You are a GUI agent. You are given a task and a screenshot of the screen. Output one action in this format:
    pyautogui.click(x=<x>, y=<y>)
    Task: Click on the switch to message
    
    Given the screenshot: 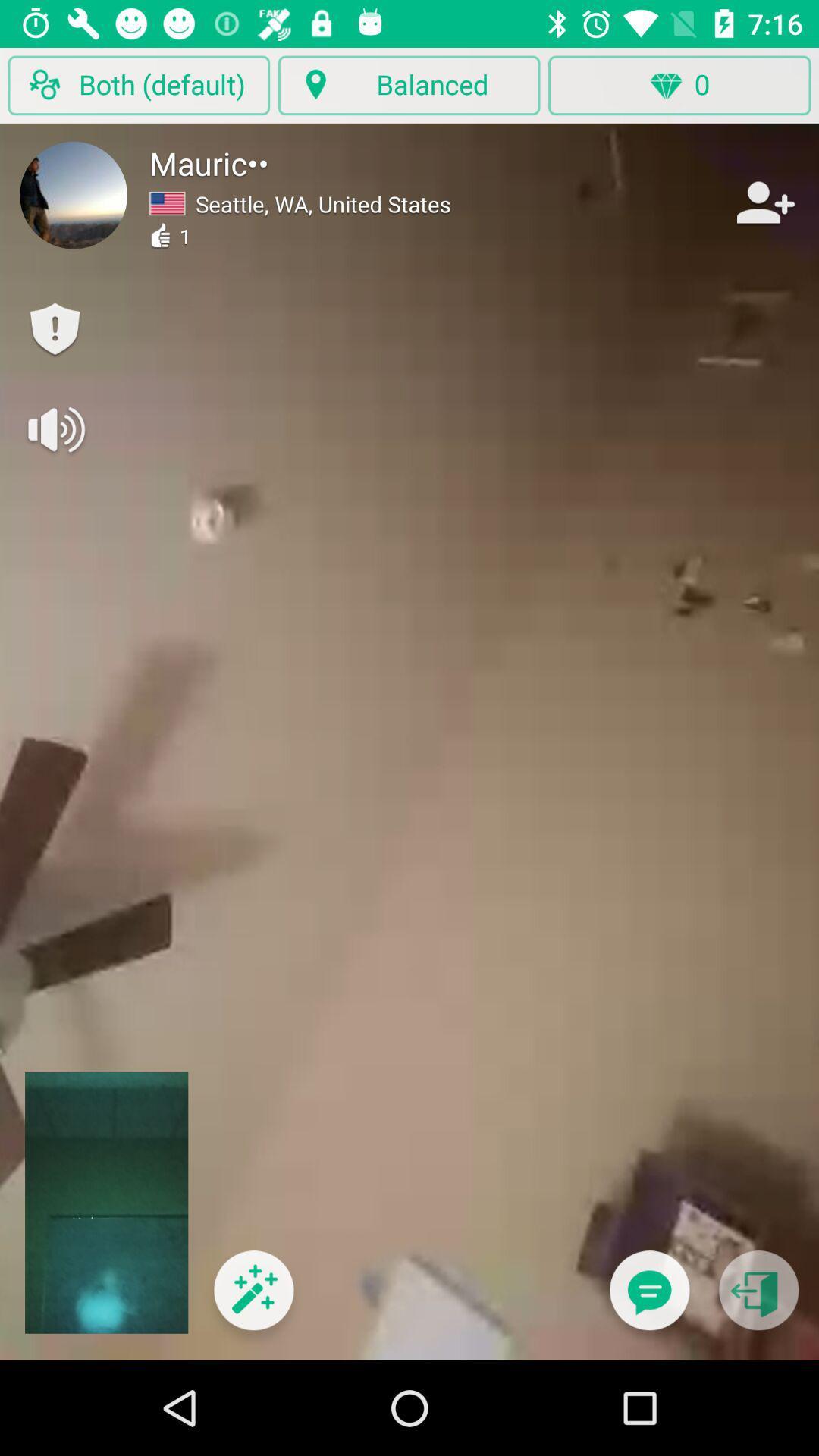 What is the action you would take?
    pyautogui.click(x=648, y=1299)
    